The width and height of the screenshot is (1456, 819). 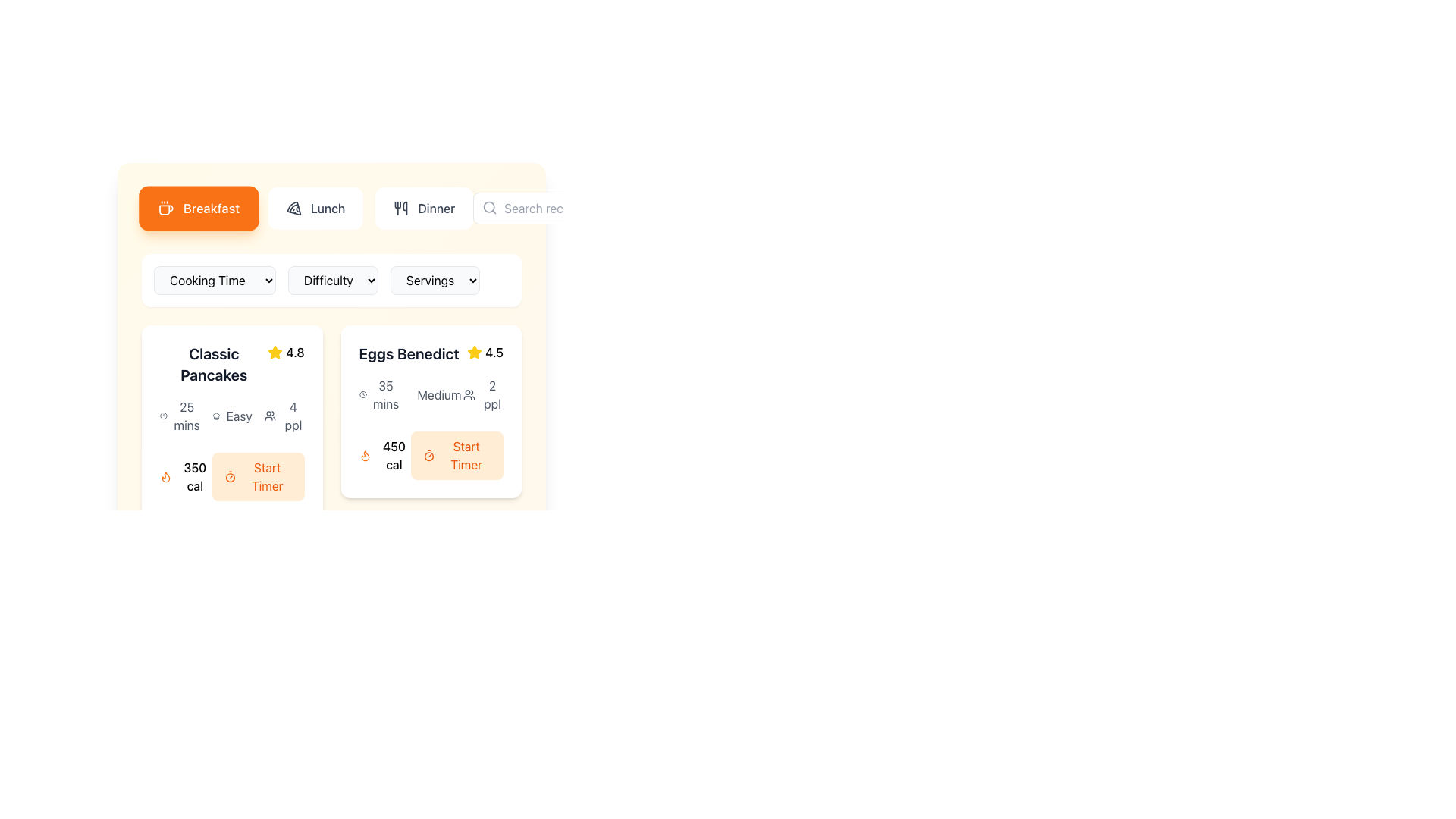 I want to click on caloric information displayed in the label '450 cal' located in the composite UI component under the 'Eggs Benedict' section, which includes a flame icon and a 'Start Timer' button, so click(x=430, y=455).